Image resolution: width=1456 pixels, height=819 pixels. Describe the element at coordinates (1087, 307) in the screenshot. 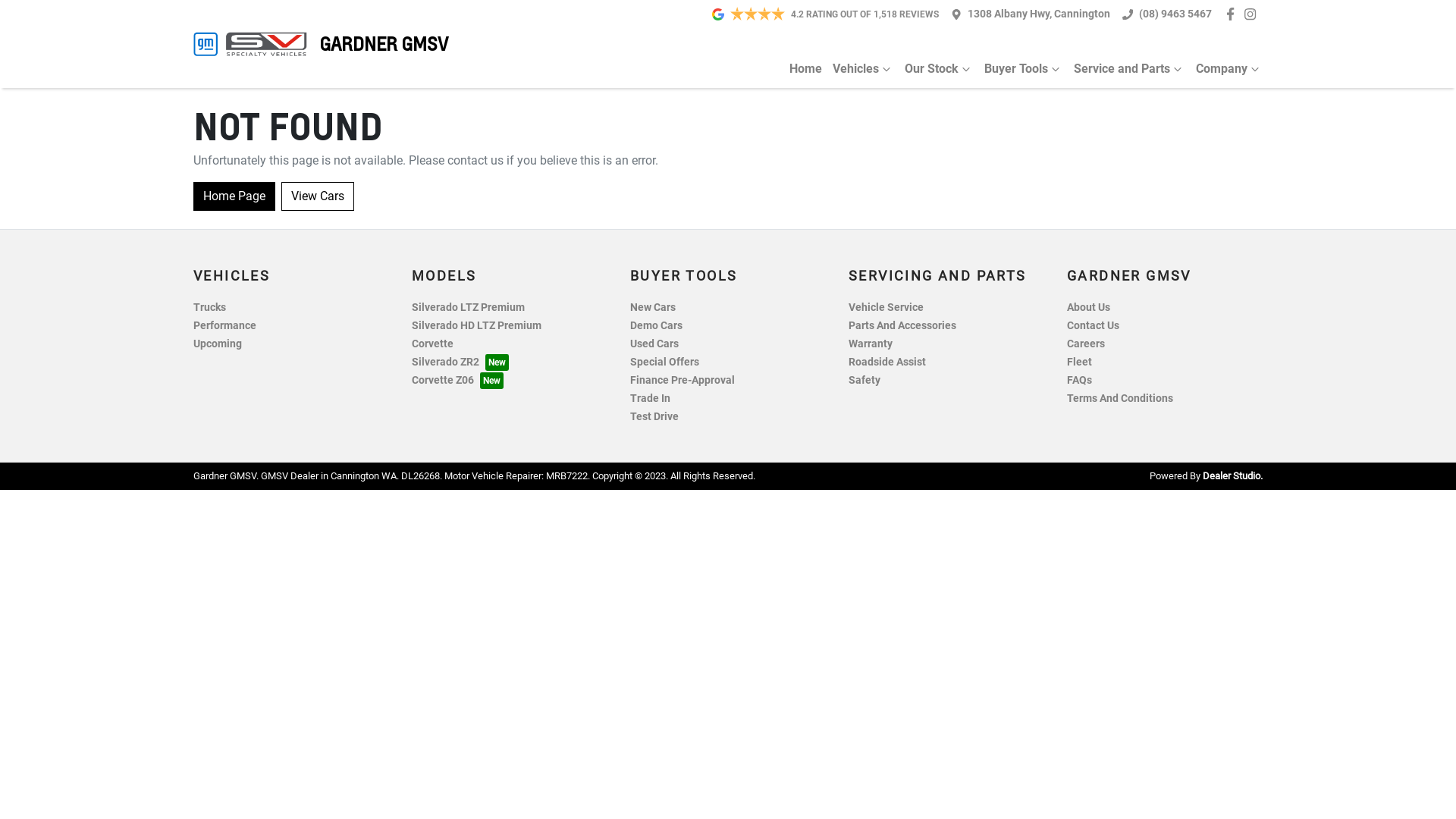

I see `'About Us'` at that location.